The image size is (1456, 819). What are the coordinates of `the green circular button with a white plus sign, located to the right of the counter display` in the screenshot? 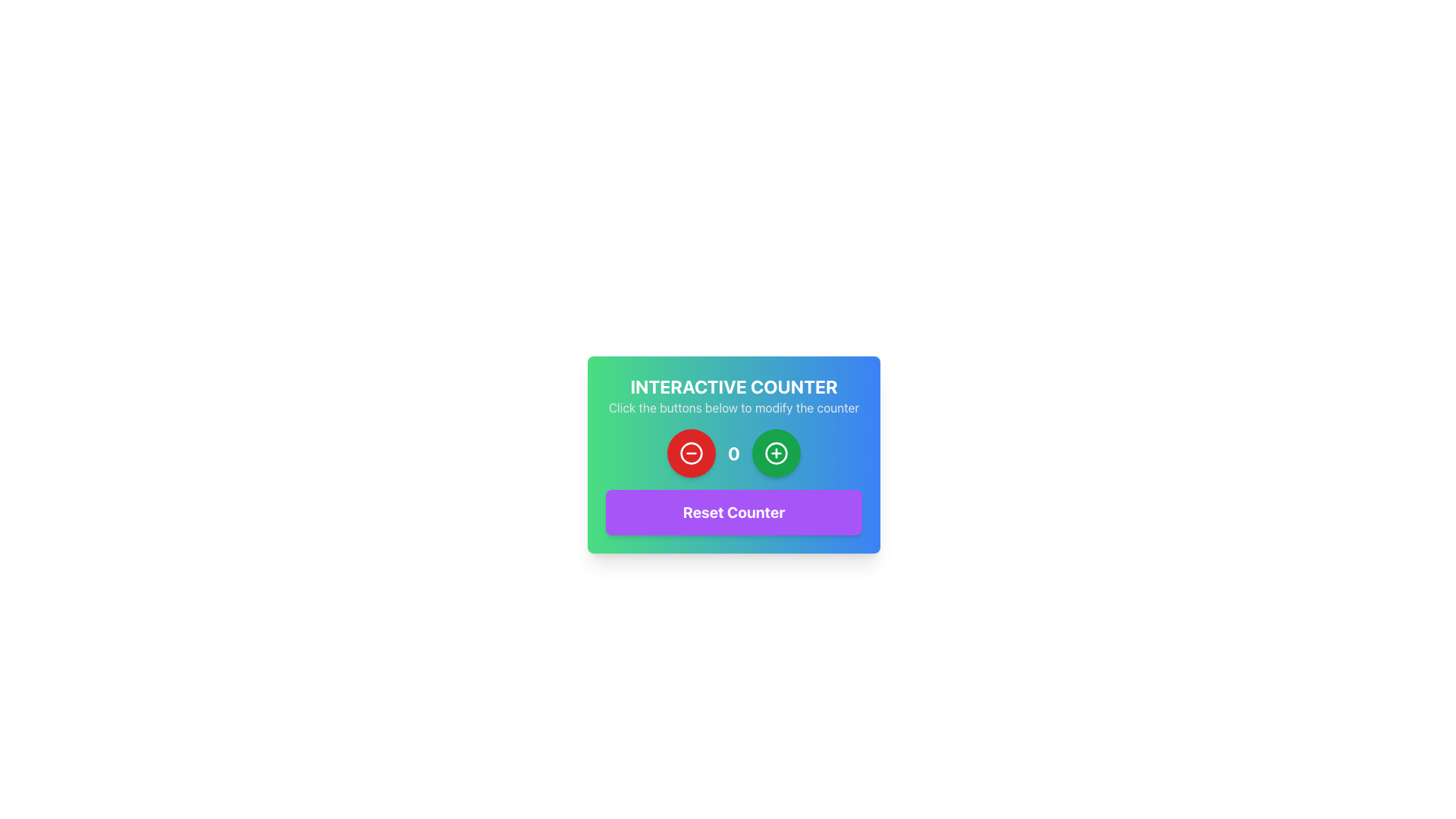 It's located at (776, 452).